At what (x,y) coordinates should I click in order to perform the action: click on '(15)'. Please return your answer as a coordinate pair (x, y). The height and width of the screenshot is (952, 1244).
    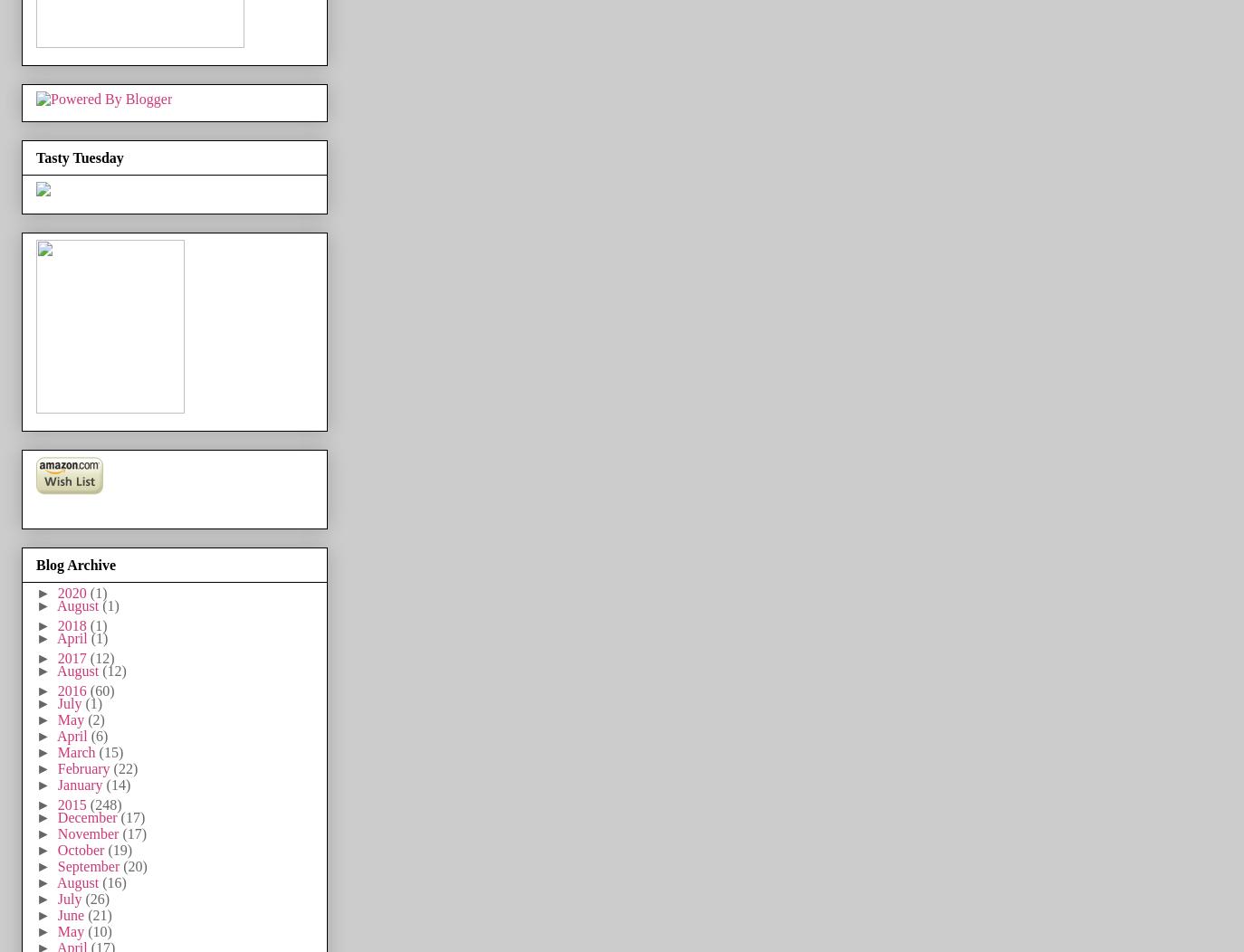
    Looking at the image, I should click on (97, 751).